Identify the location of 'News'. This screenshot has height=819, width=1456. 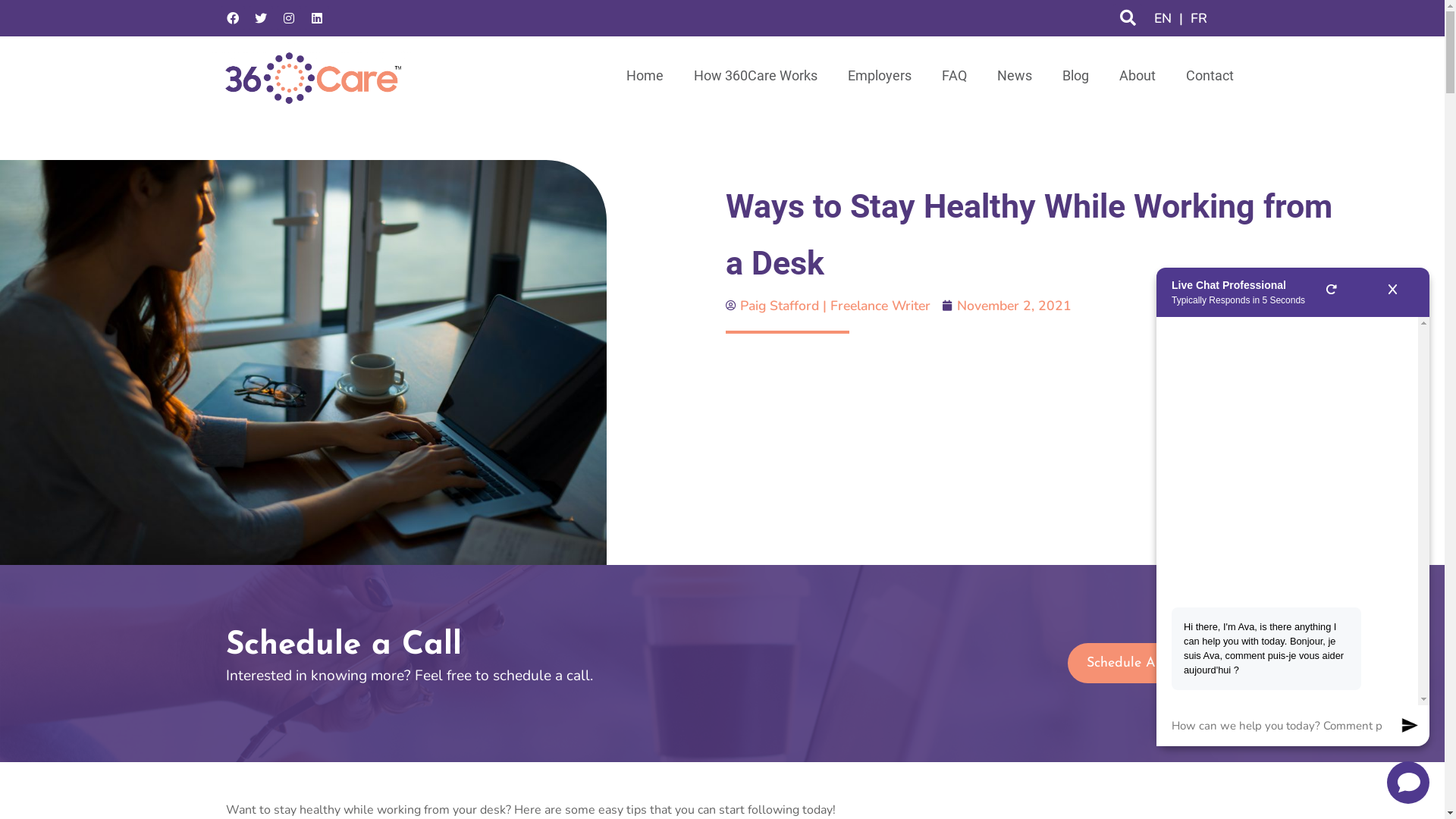
(981, 76).